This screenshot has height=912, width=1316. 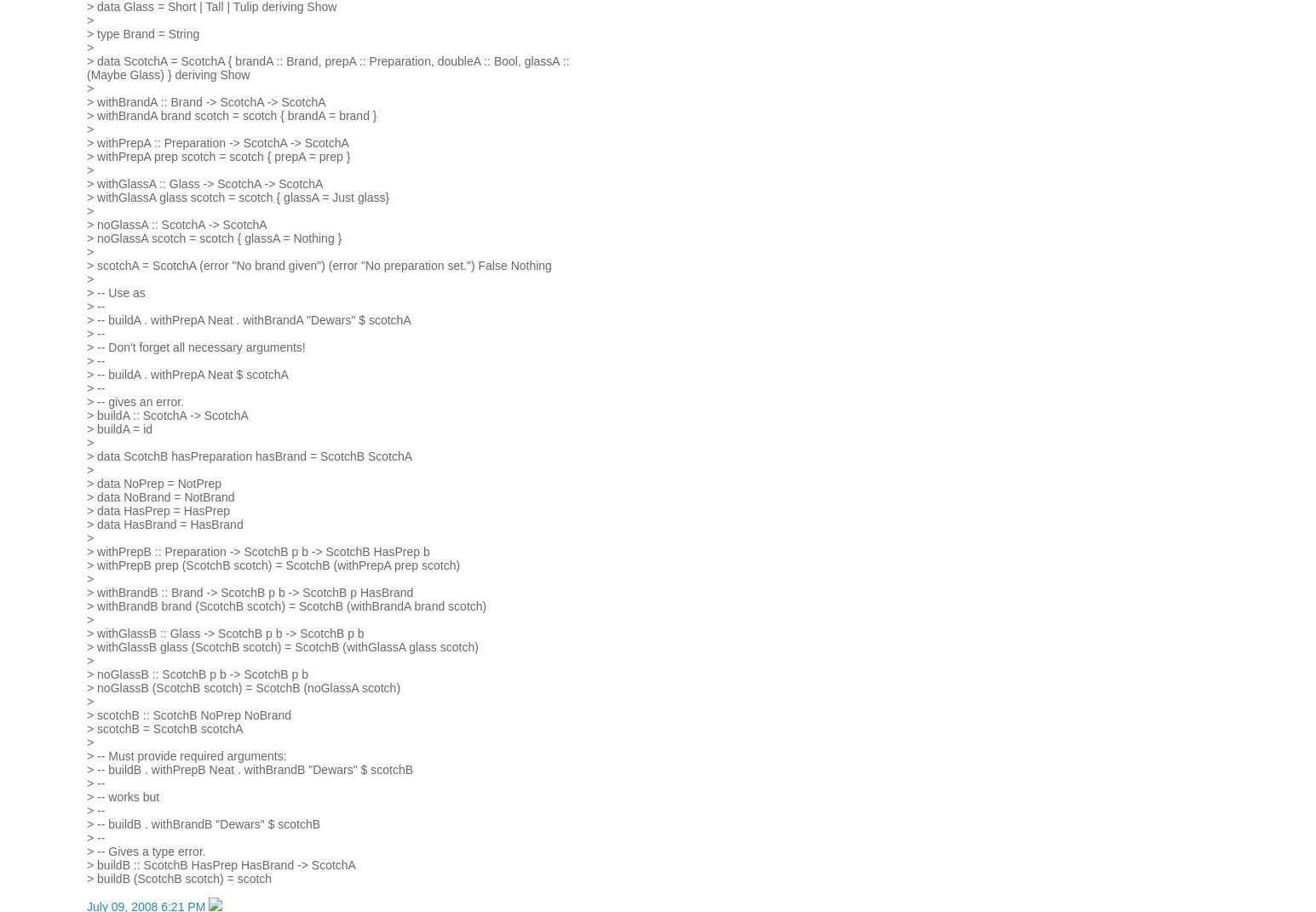 I want to click on '> data Glass = Short | Tall | Tulip deriving Show', so click(x=211, y=6).